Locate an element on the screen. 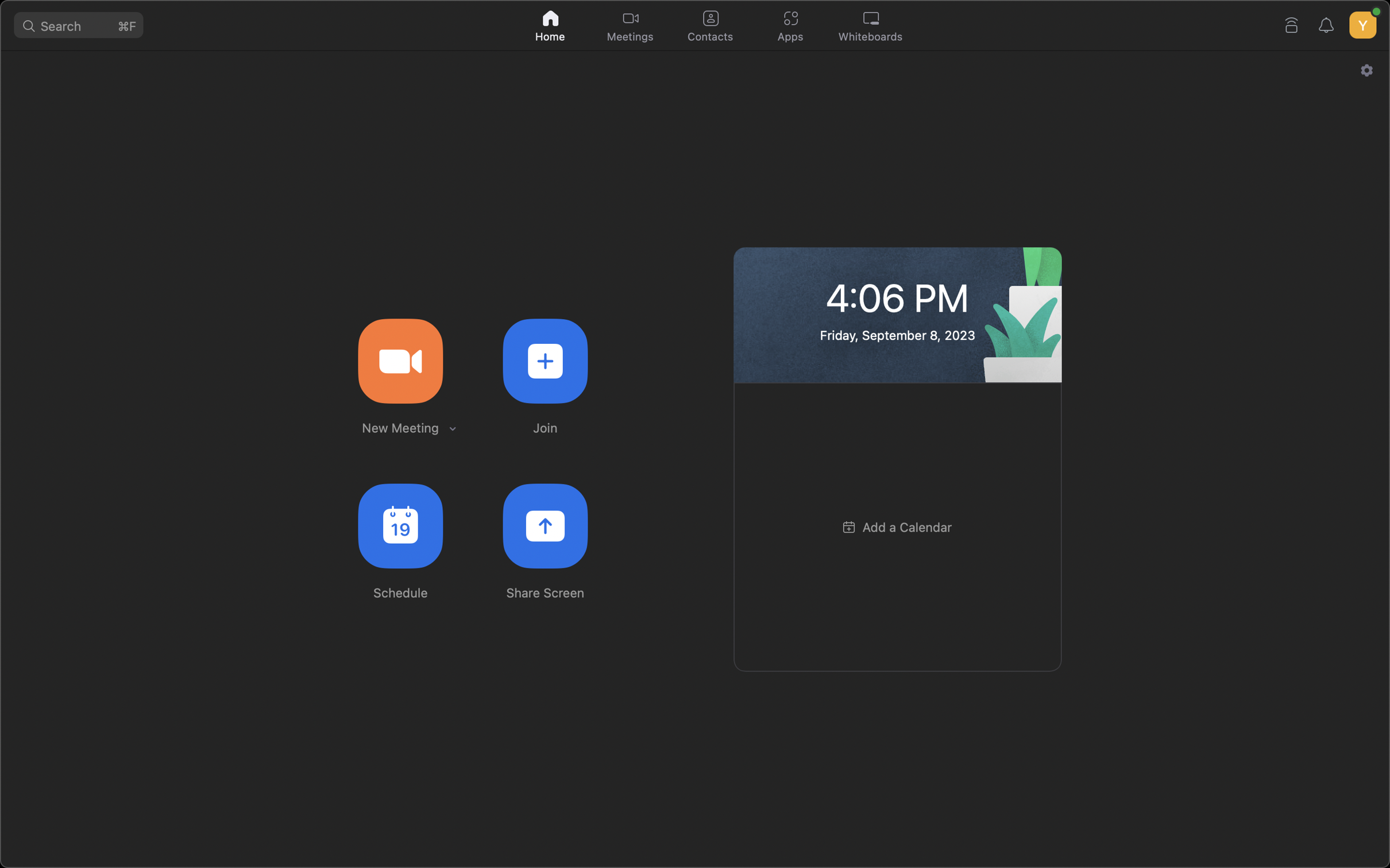 This screenshot has height=868, width=1390. the plus icon to join an existing meeting is located at coordinates (545, 359).